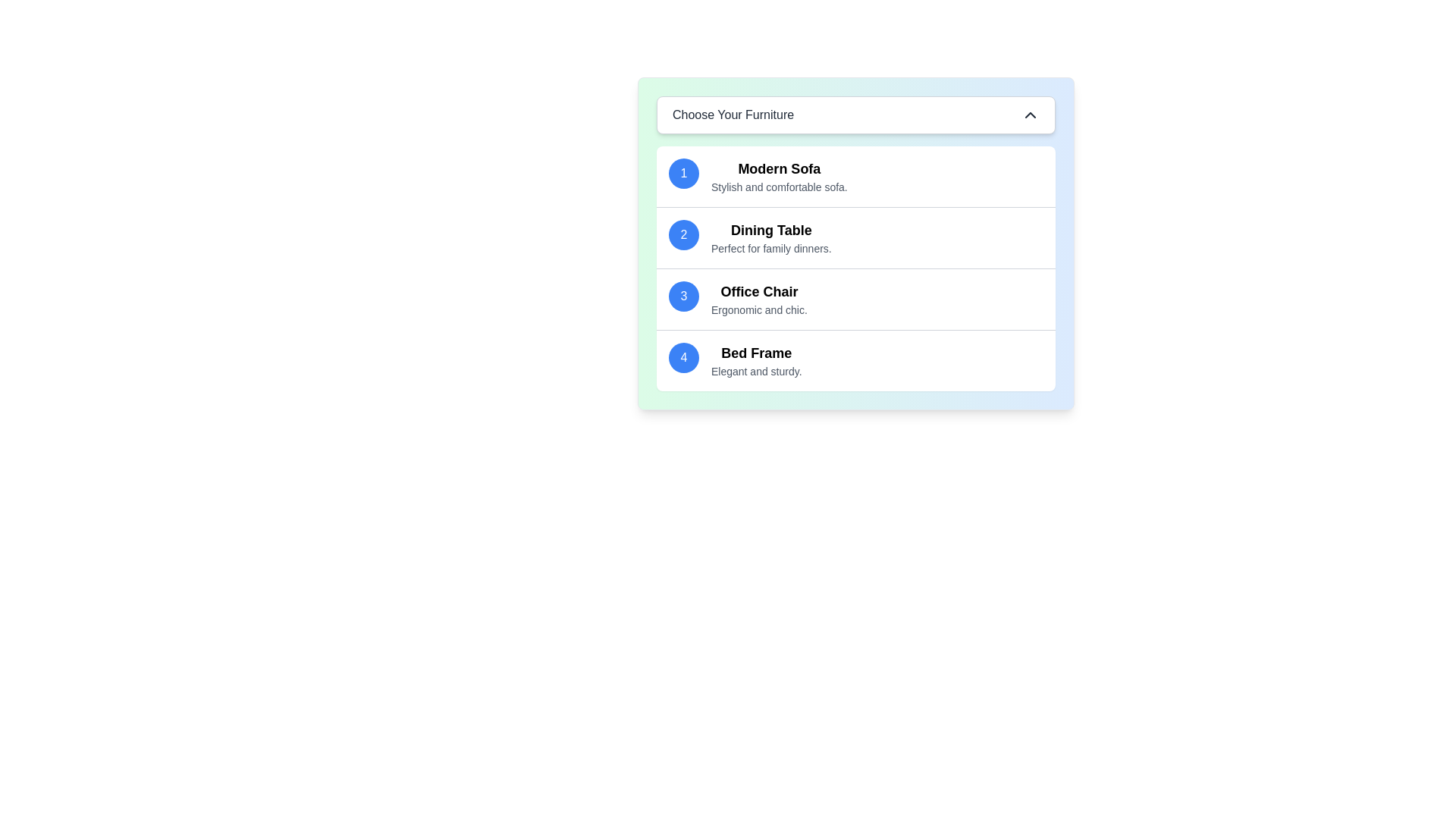 The height and width of the screenshot is (819, 1456). I want to click on the text label displaying 'Modern Sofa', which is bold and serves as a title for the description below it, so click(779, 169).